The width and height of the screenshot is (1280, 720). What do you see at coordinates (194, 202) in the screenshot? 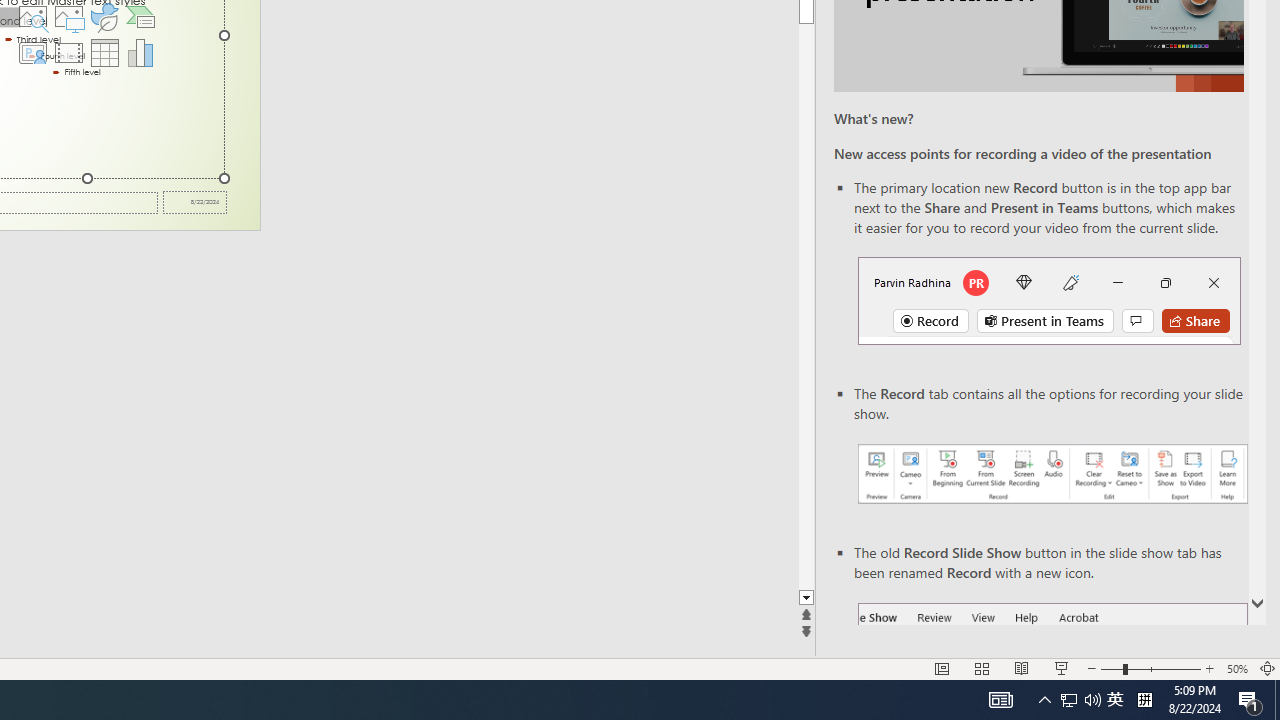
I see `'Date'` at bounding box center [194, 202].